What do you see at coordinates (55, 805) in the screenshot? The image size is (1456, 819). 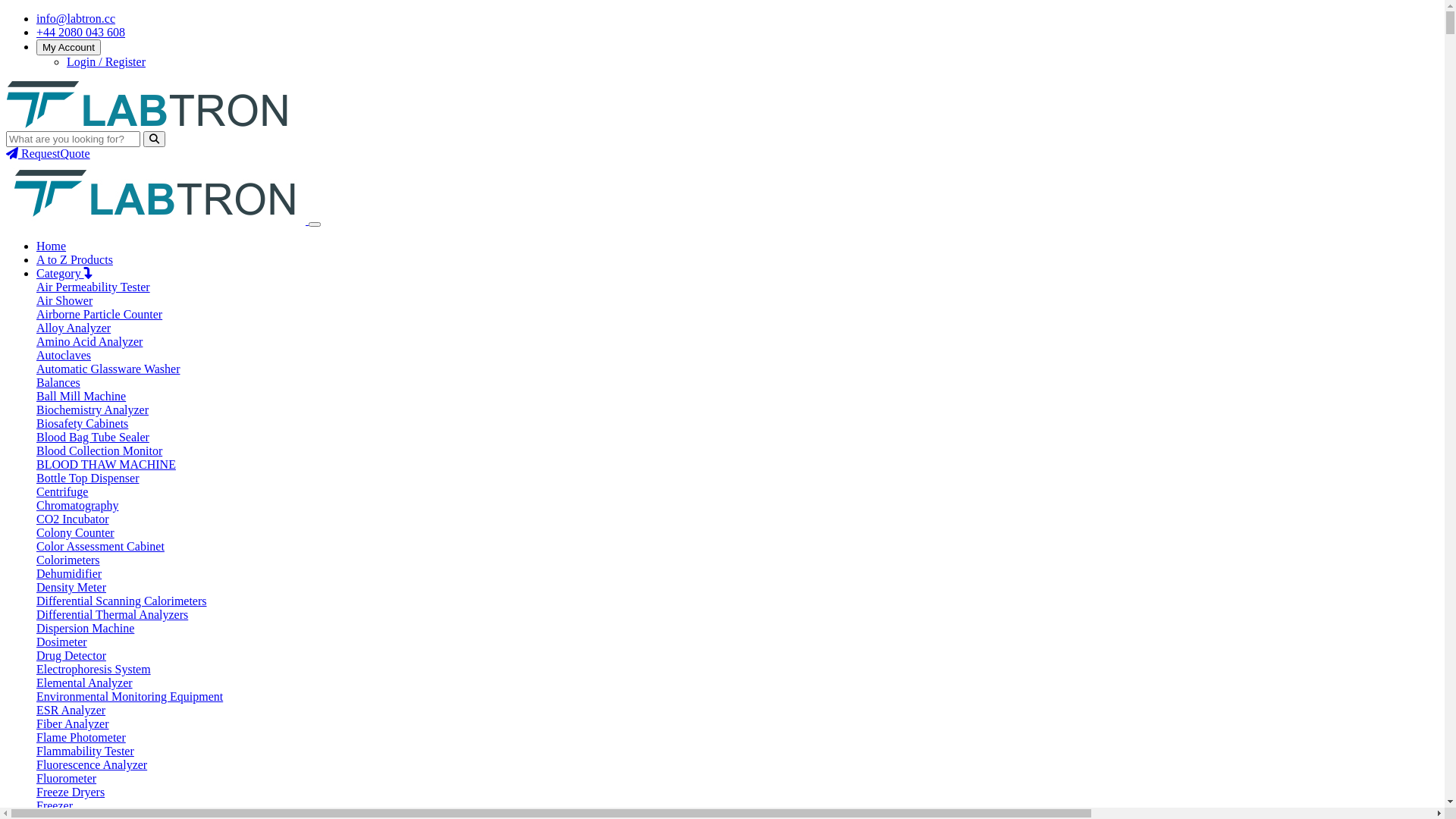 I see `'Freezer'` at bounding box center [55, 805].